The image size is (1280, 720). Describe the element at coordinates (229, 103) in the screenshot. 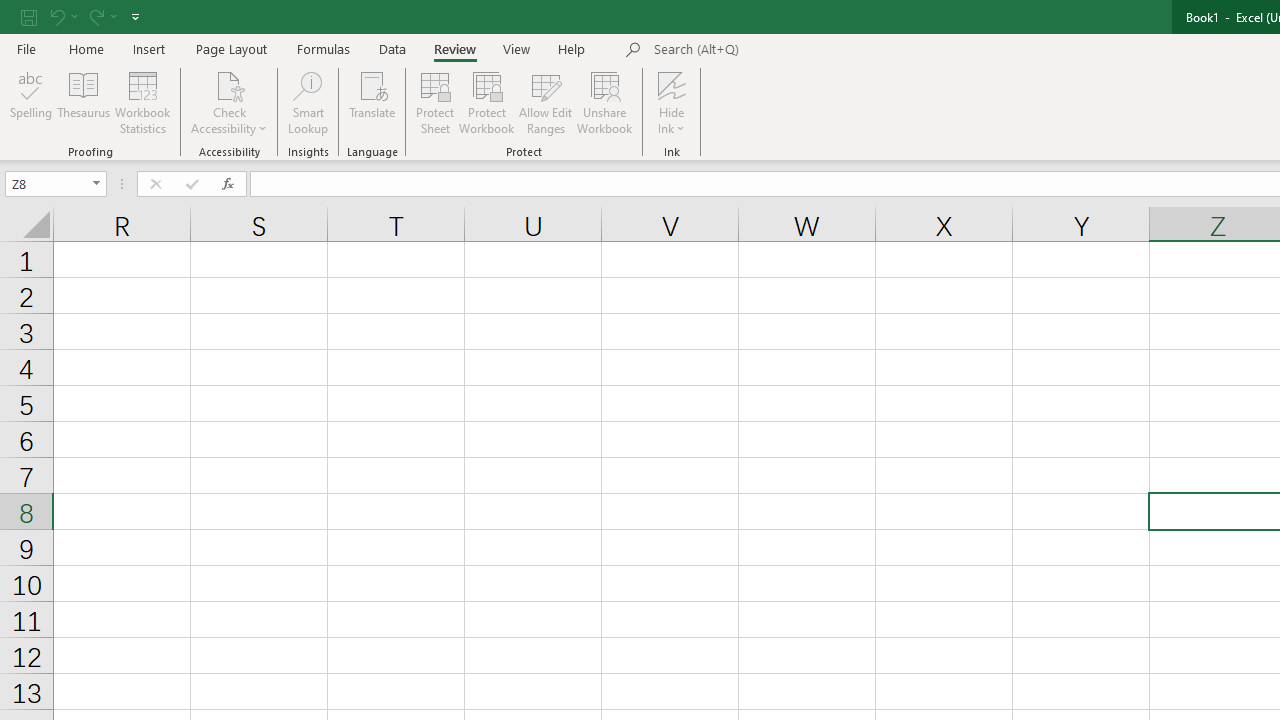

I see `'Check Accessibility'` at that location.